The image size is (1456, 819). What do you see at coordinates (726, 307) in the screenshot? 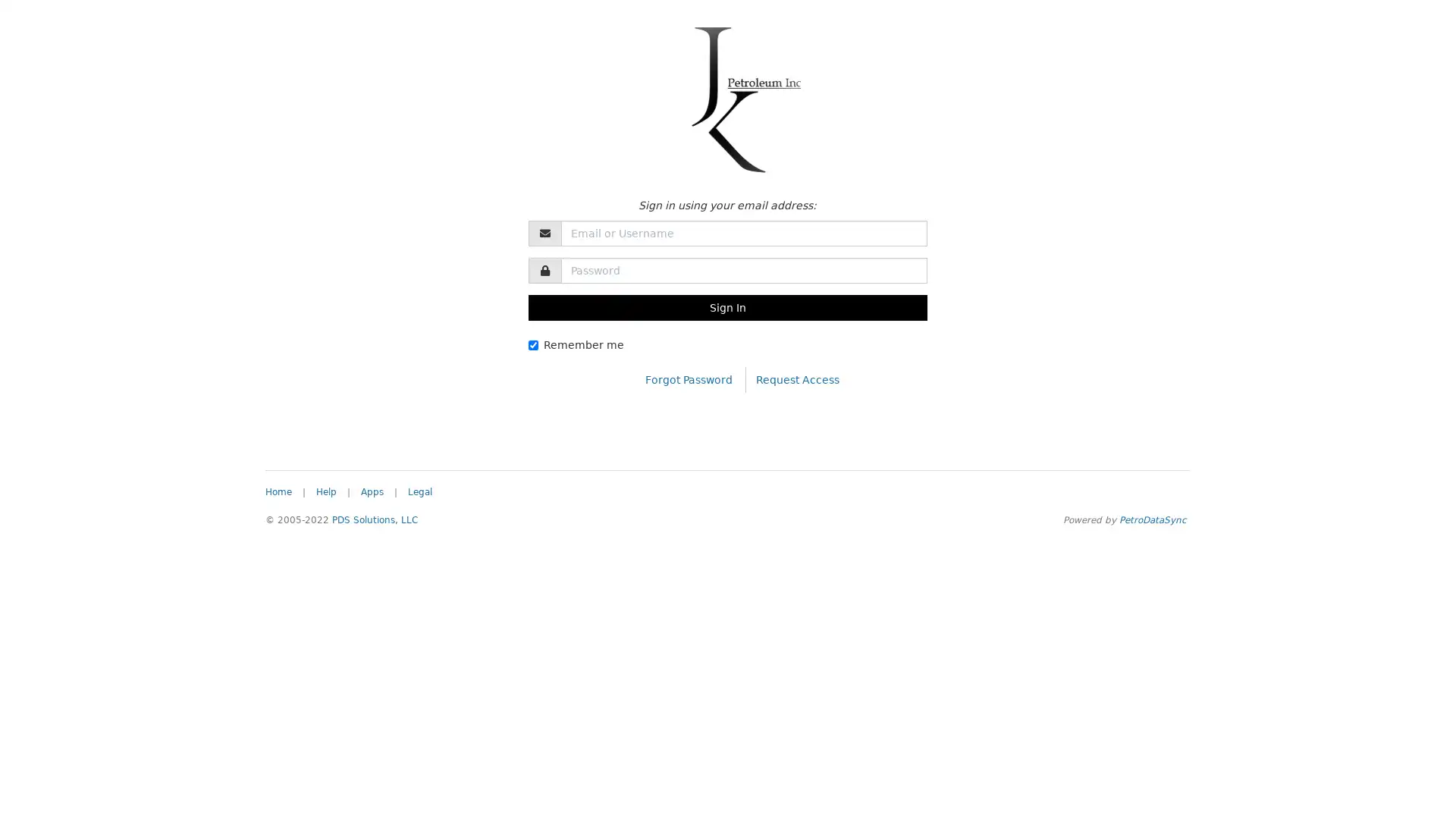
I see `Sign In` at bounding box center [726, 307].